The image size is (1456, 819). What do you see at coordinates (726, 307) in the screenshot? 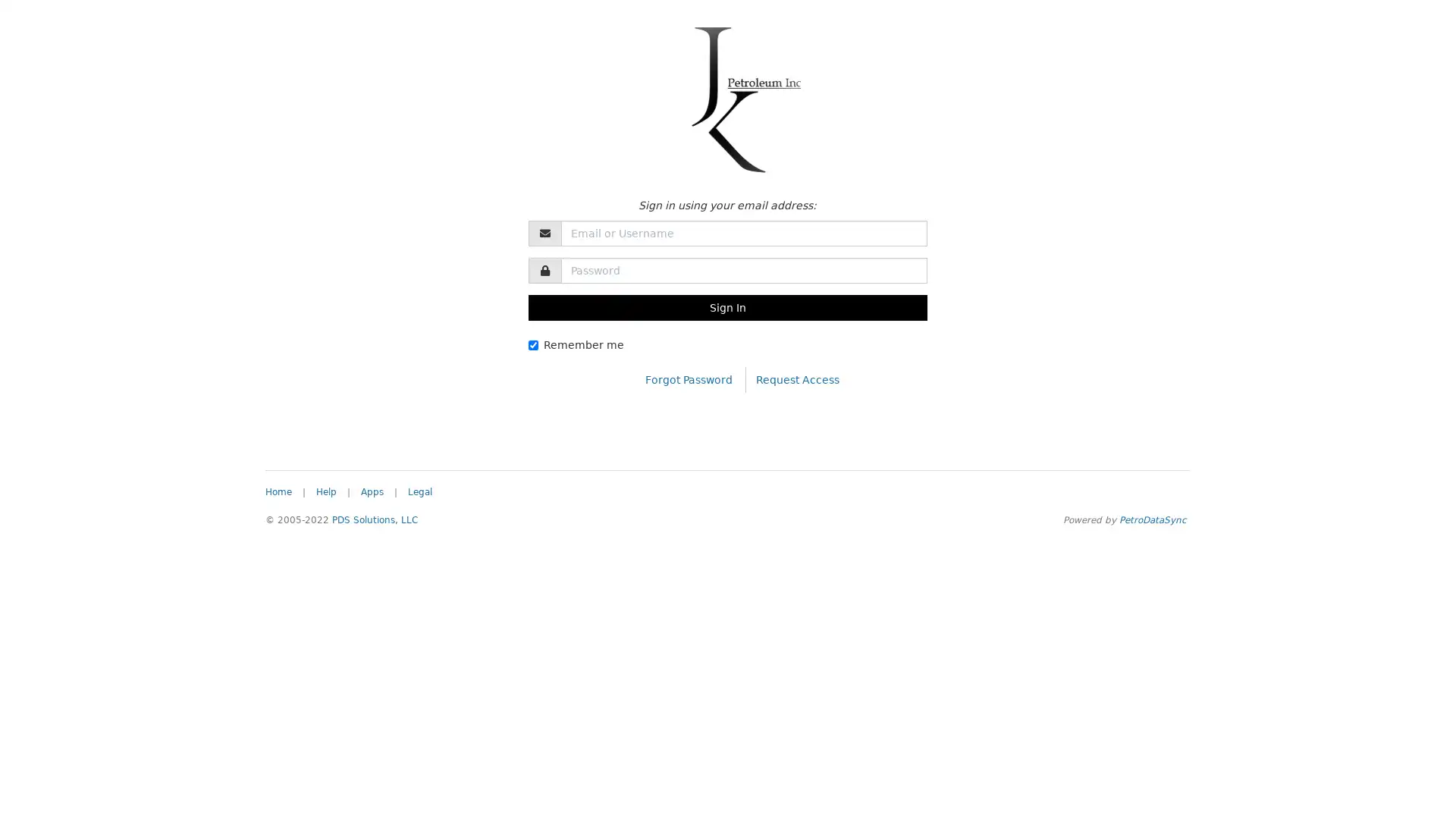
I see `Sign In` at bounding box center [726, 307].